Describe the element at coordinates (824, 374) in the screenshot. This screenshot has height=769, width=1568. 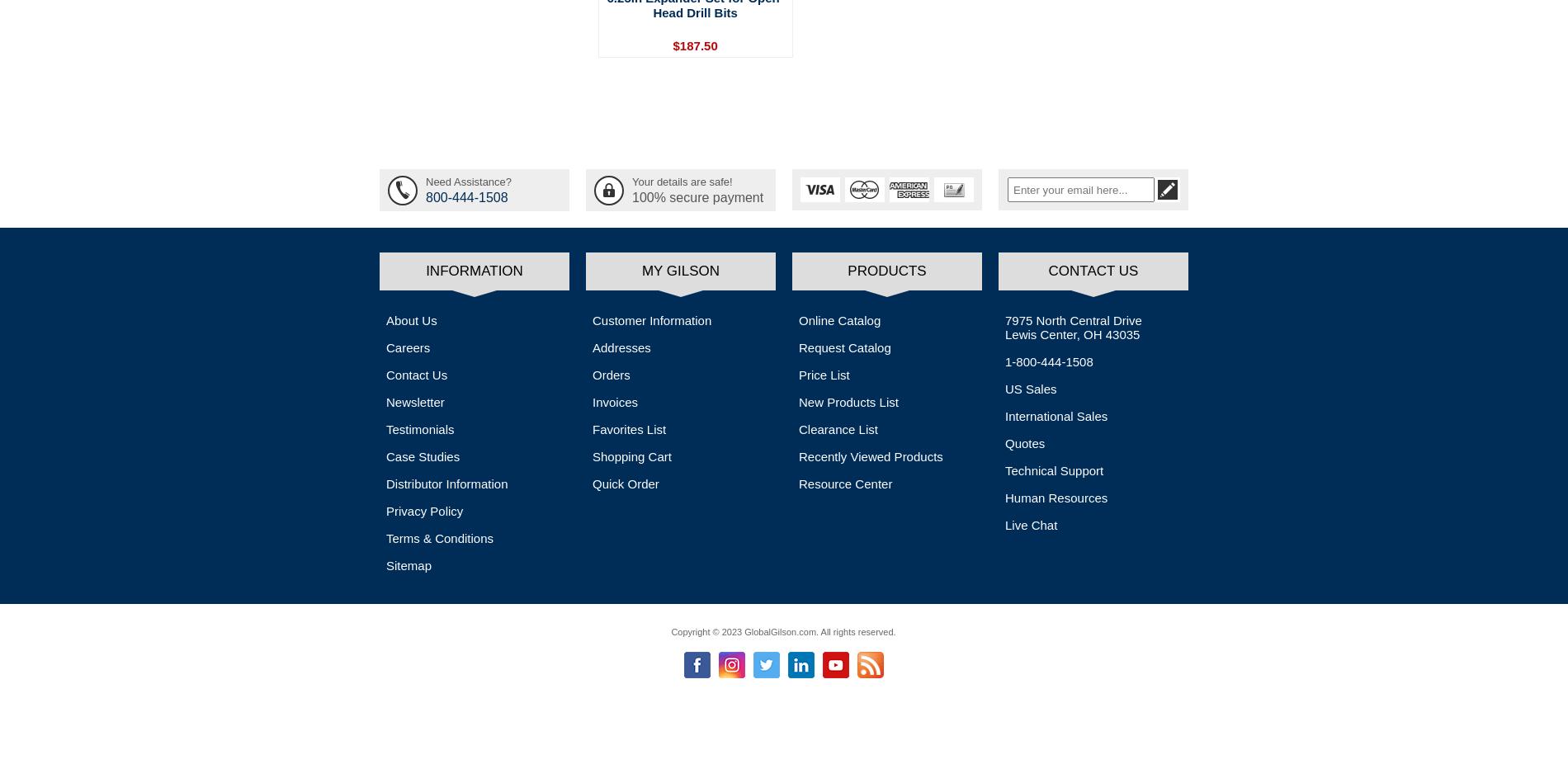
I see `'Price List'` at that location.